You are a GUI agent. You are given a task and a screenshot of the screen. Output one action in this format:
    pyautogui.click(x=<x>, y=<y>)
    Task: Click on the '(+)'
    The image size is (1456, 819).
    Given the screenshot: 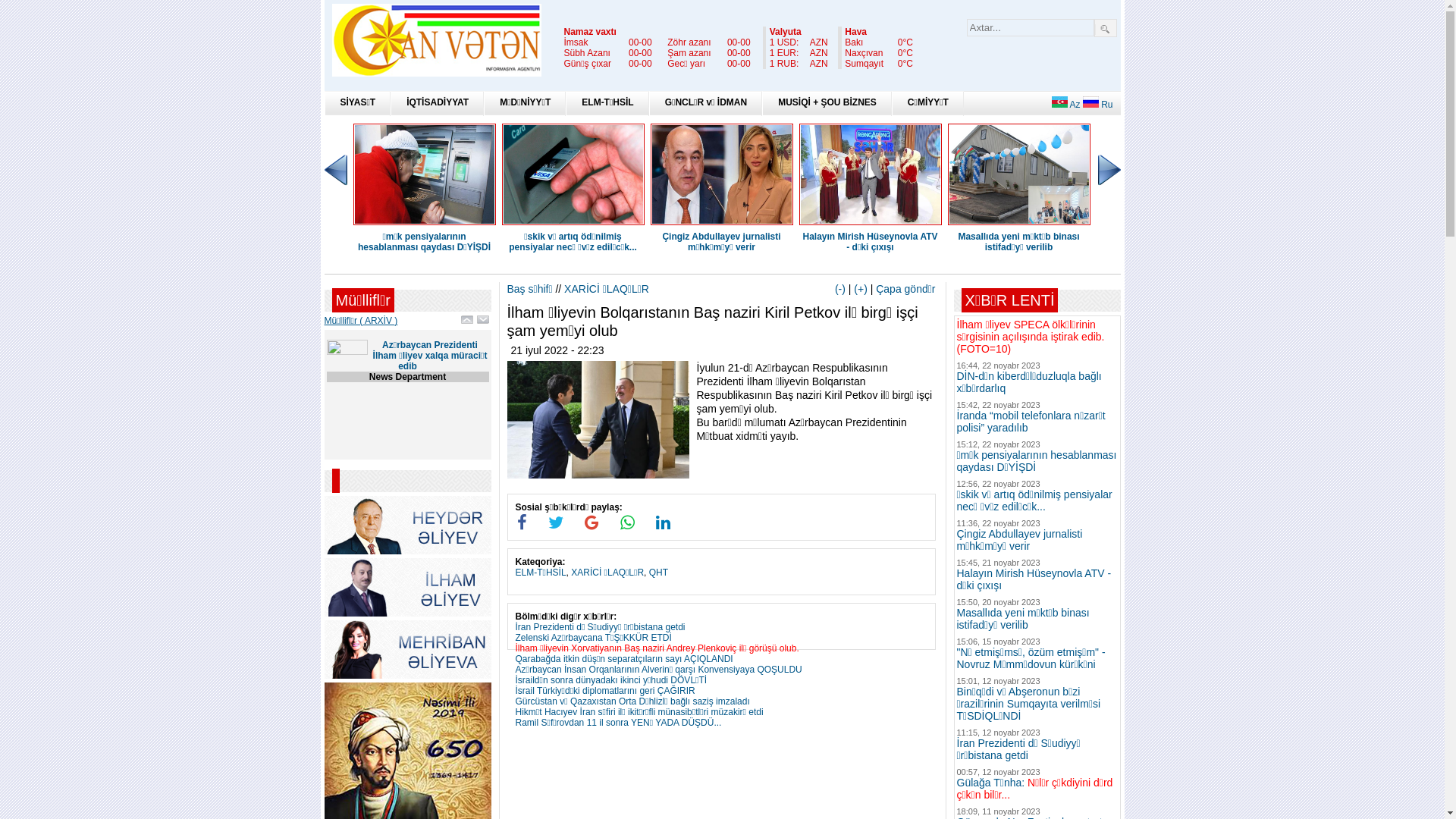 What is the action you would take?
    pyautogui.click(x=860, y=289)
    